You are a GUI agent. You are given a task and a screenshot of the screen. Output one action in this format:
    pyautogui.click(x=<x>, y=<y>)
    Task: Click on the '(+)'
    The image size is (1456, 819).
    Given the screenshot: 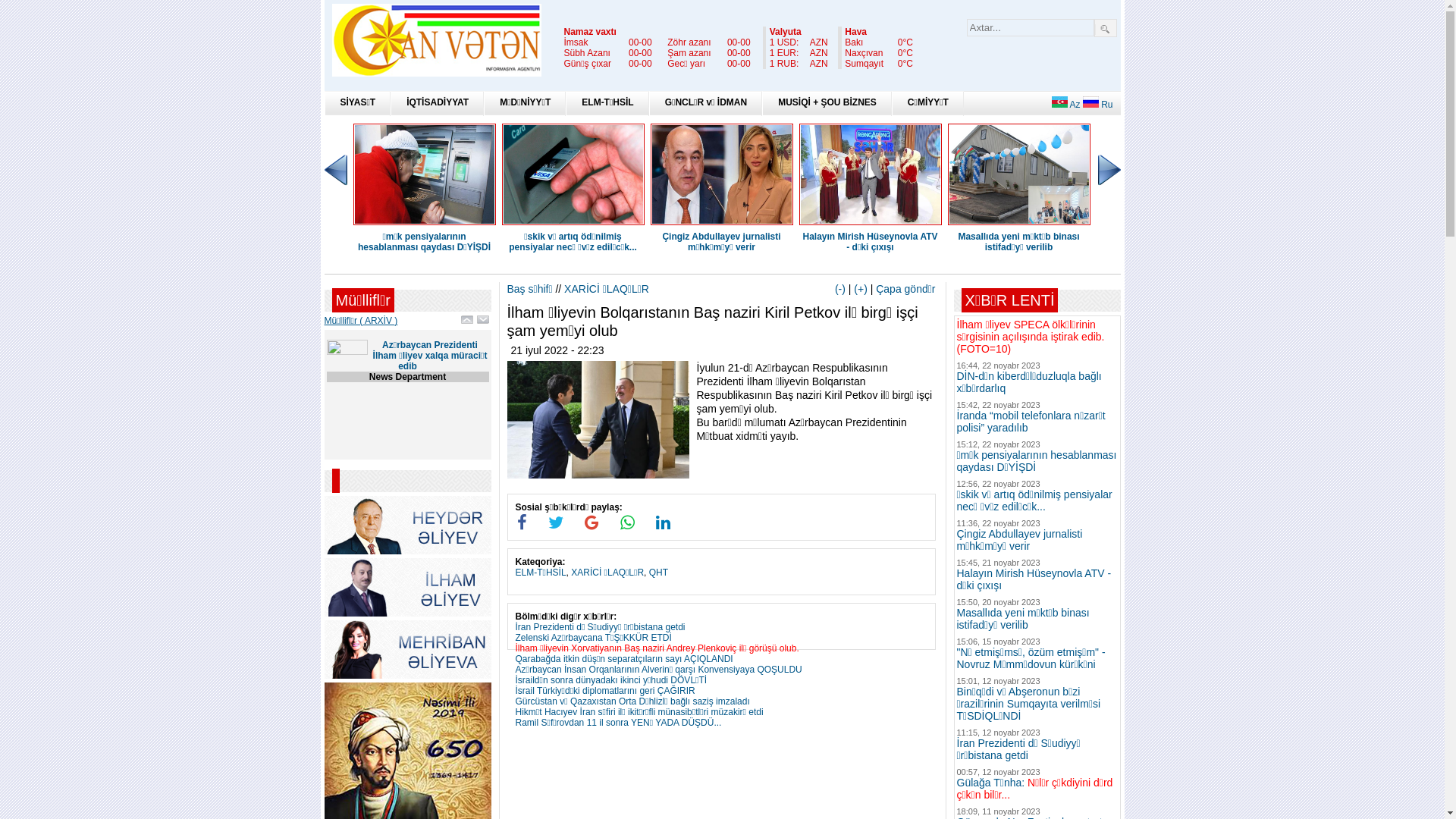 What is the action you would take?
    pyautogui.click(x=860, y=289)
    